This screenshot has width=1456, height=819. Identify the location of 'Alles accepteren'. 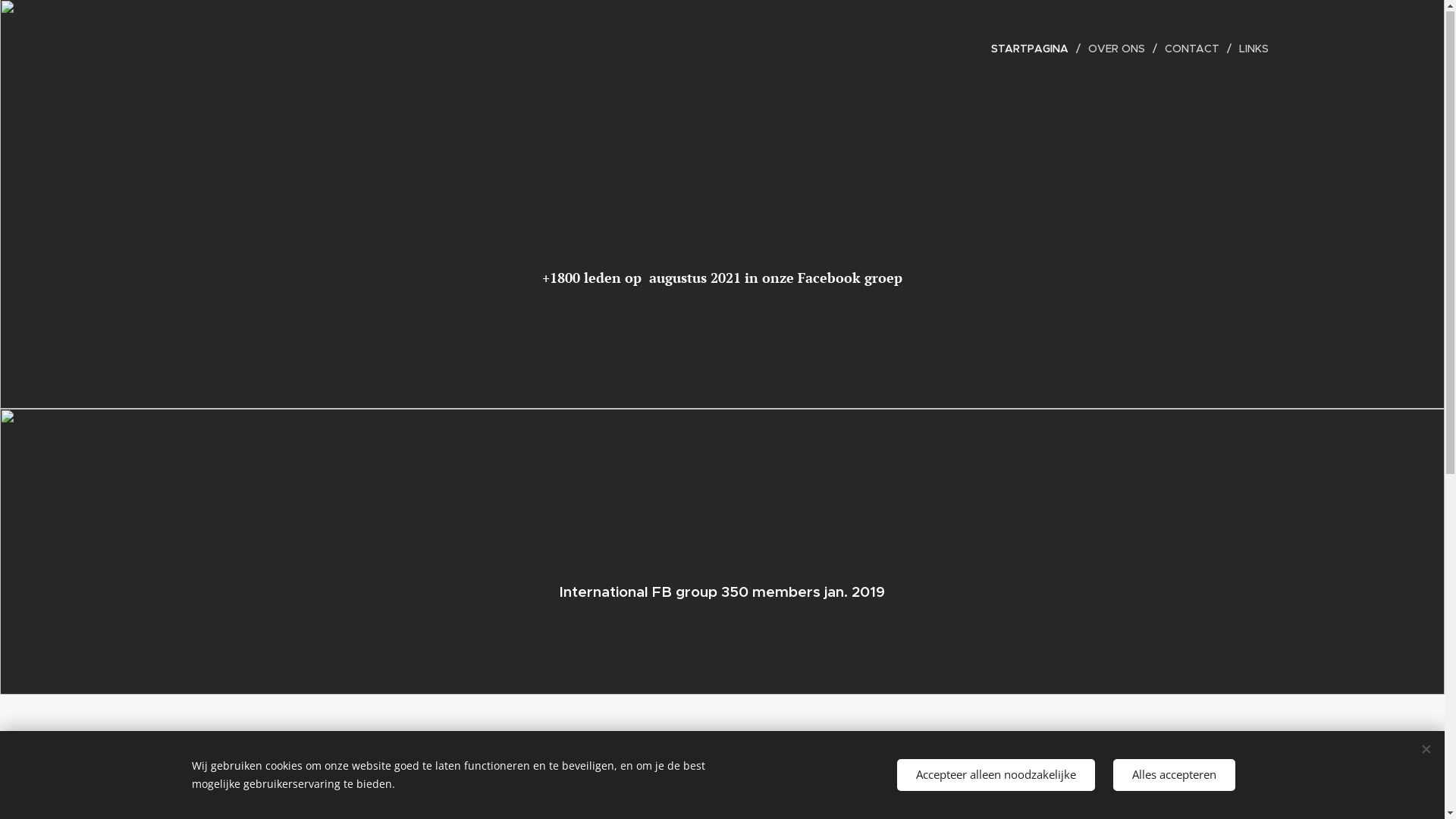
(1173, 775).